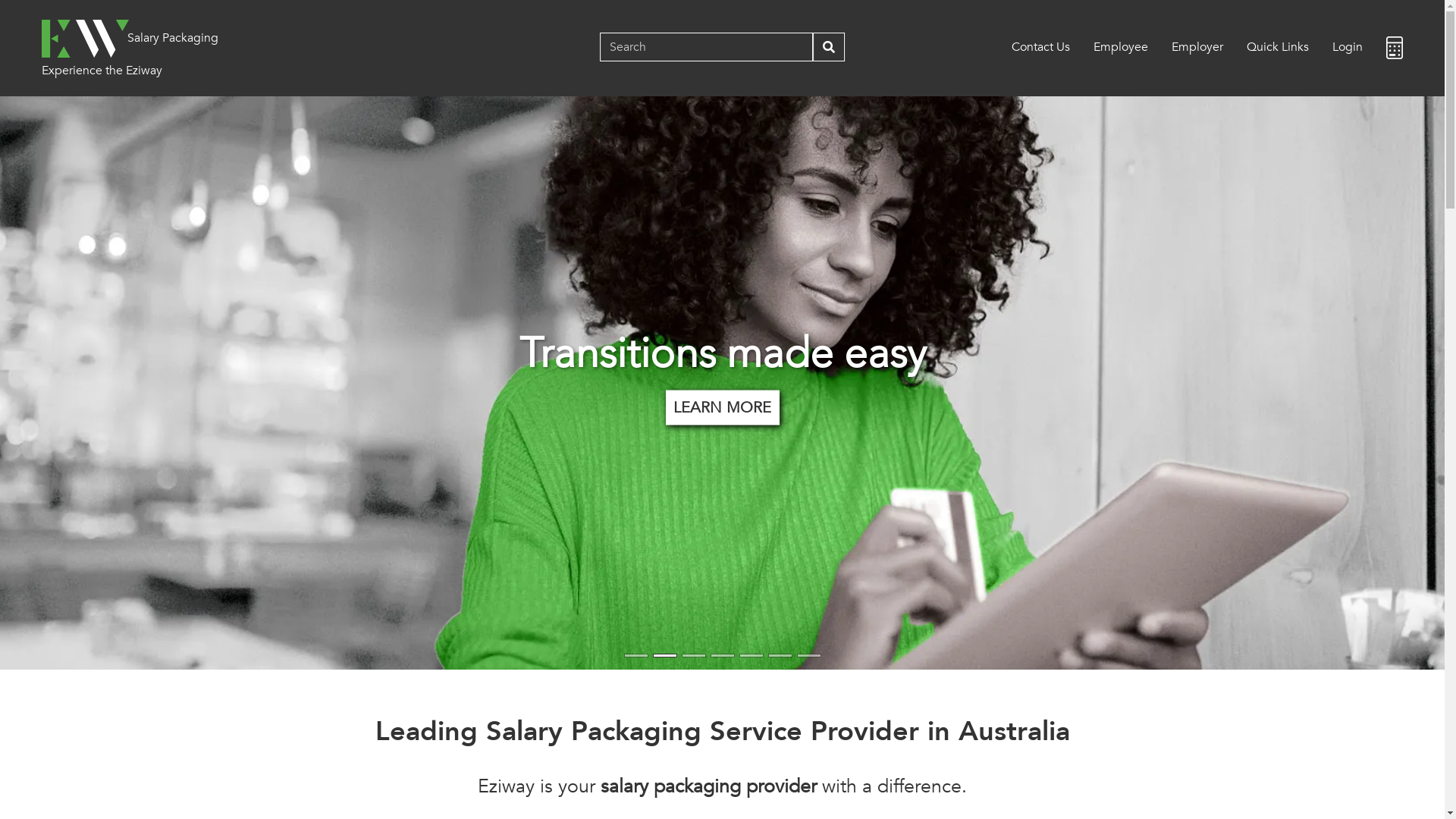  What do you see at coordinates (1347, 45) in the screenshot?
I see `'Login'` at bounding box center [1347, 45].